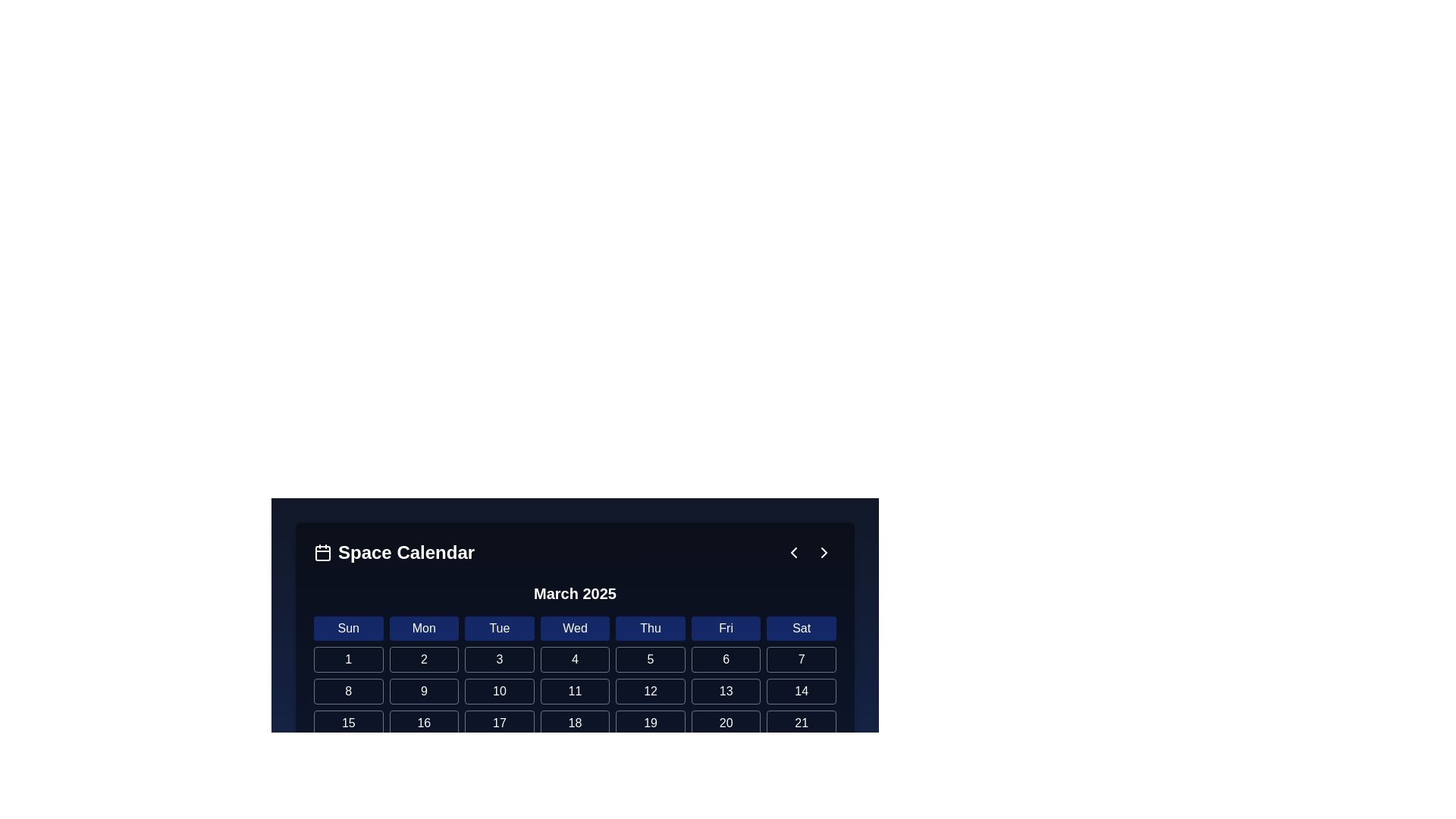 This screenshot has width=1456, height=819. I want to click on the 'Thursday' header label in the calendar view, which is the fifth item in the first row of a seven-column grid, so click(651, 629).